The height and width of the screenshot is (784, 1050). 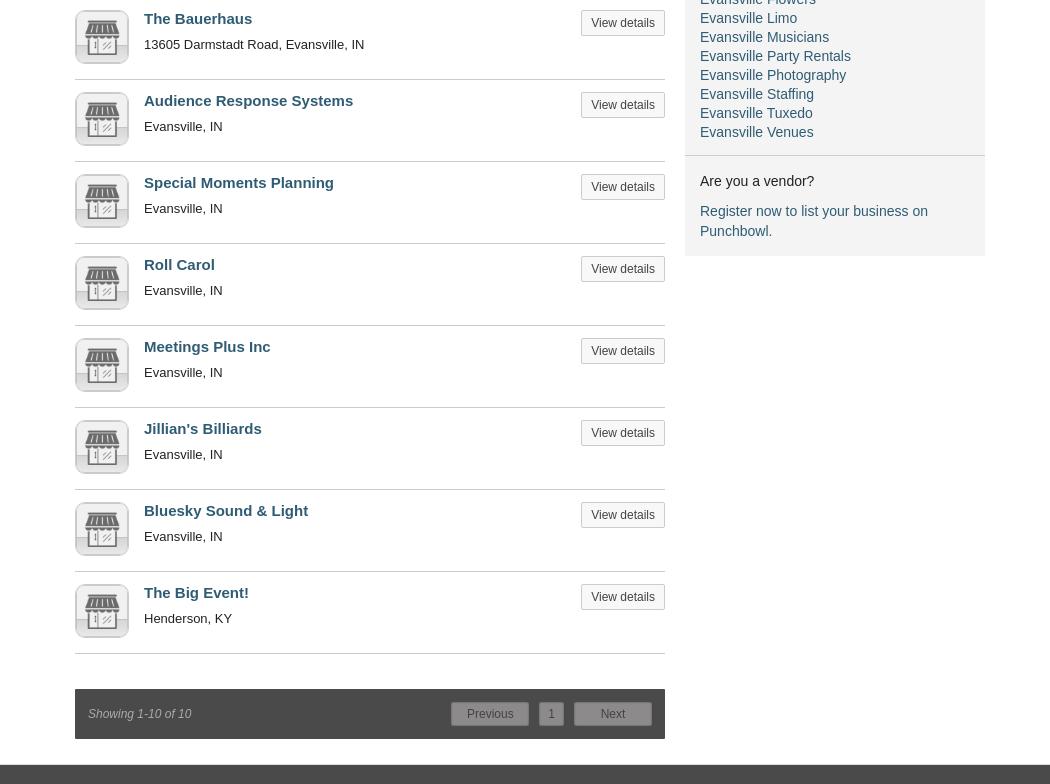 What do you see at coordinates (465, 713) in the screenshot?
I see `'Previous'` at bounding box center [465, 713].